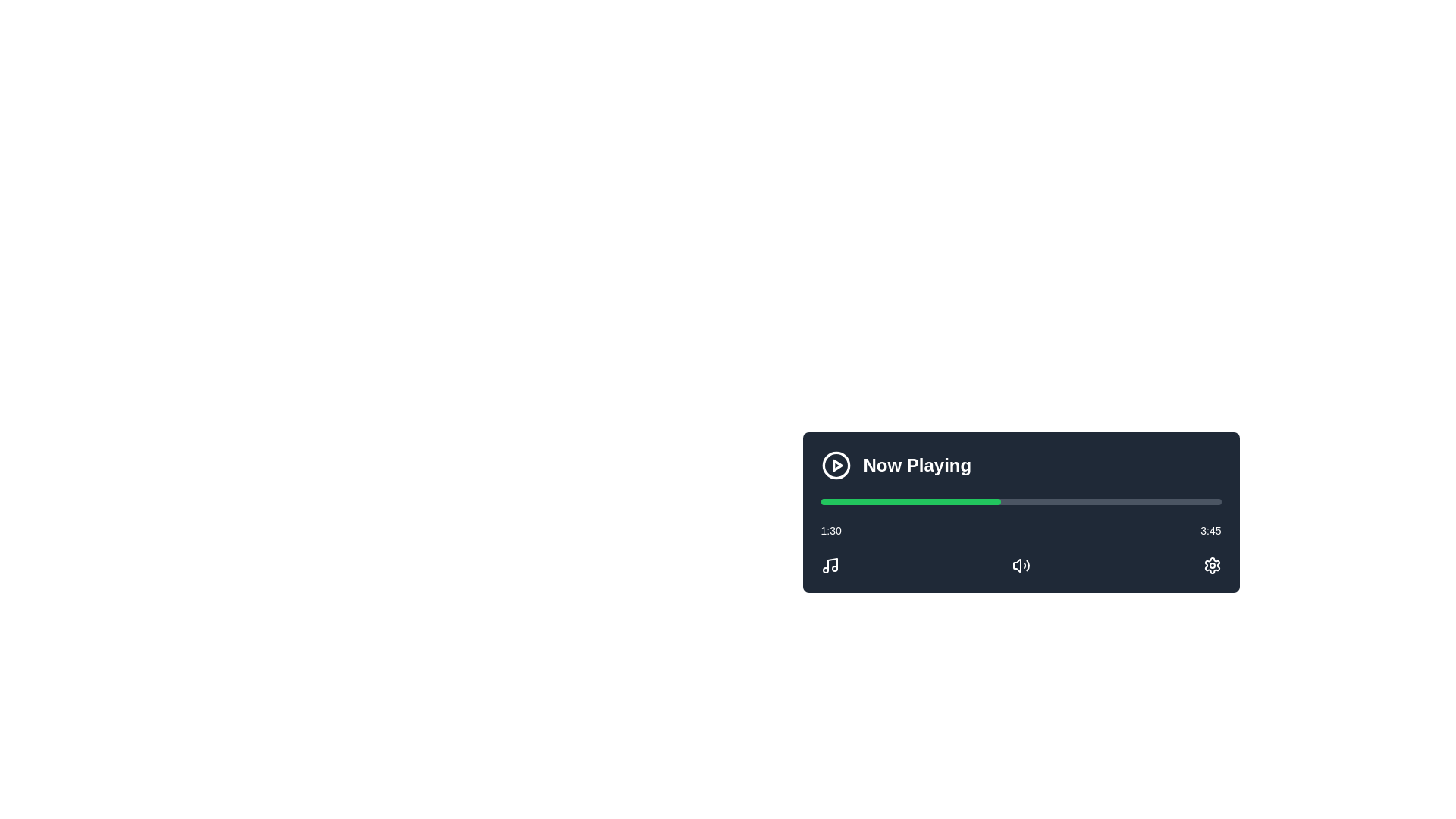 The width and height of the screenshot is (1456, 819). Describe the element at coordinates (839, 502) in the screenshot. I see `playback position` at that location.